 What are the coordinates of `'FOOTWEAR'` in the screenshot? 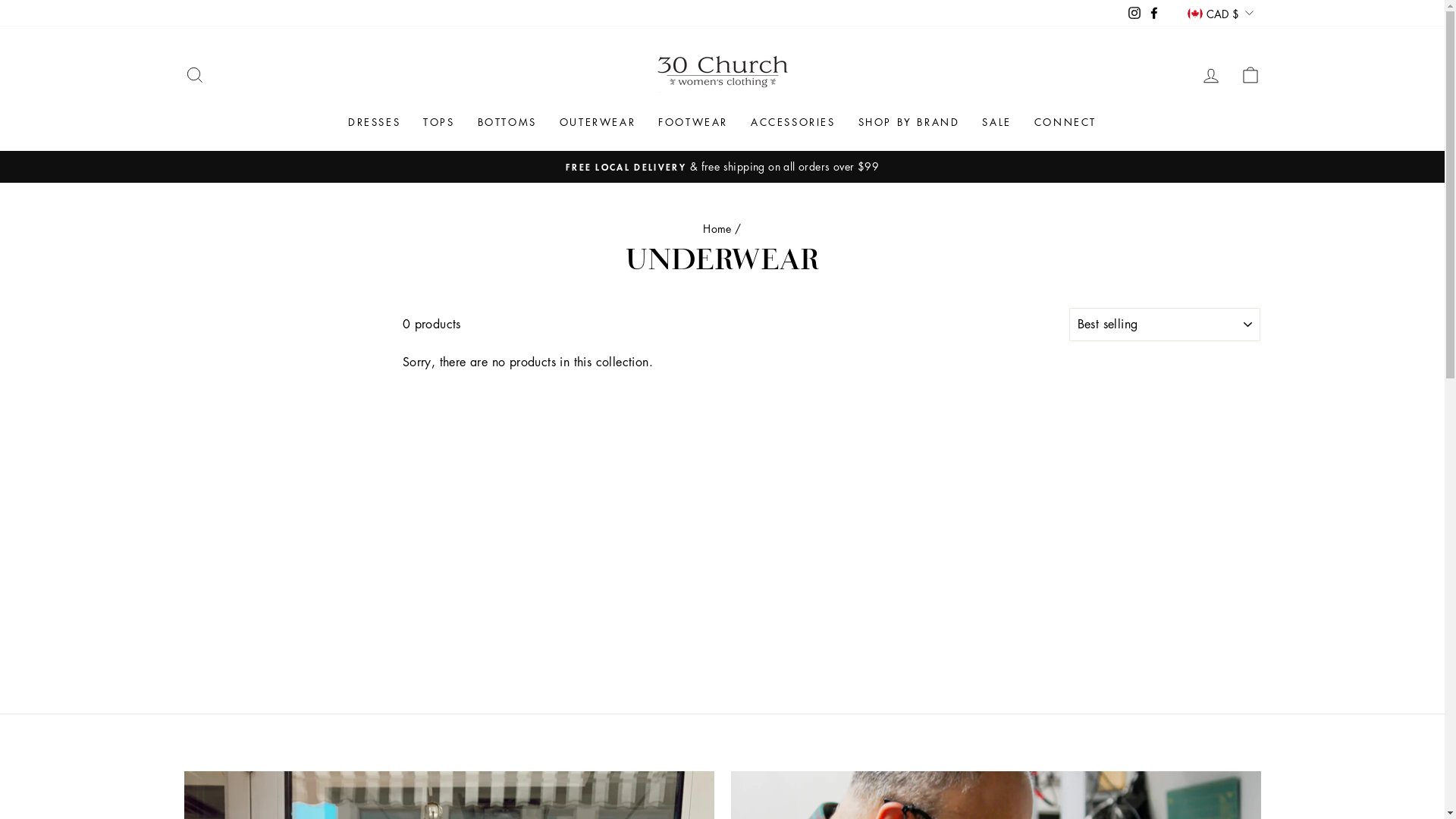 It's located at (692, 122).